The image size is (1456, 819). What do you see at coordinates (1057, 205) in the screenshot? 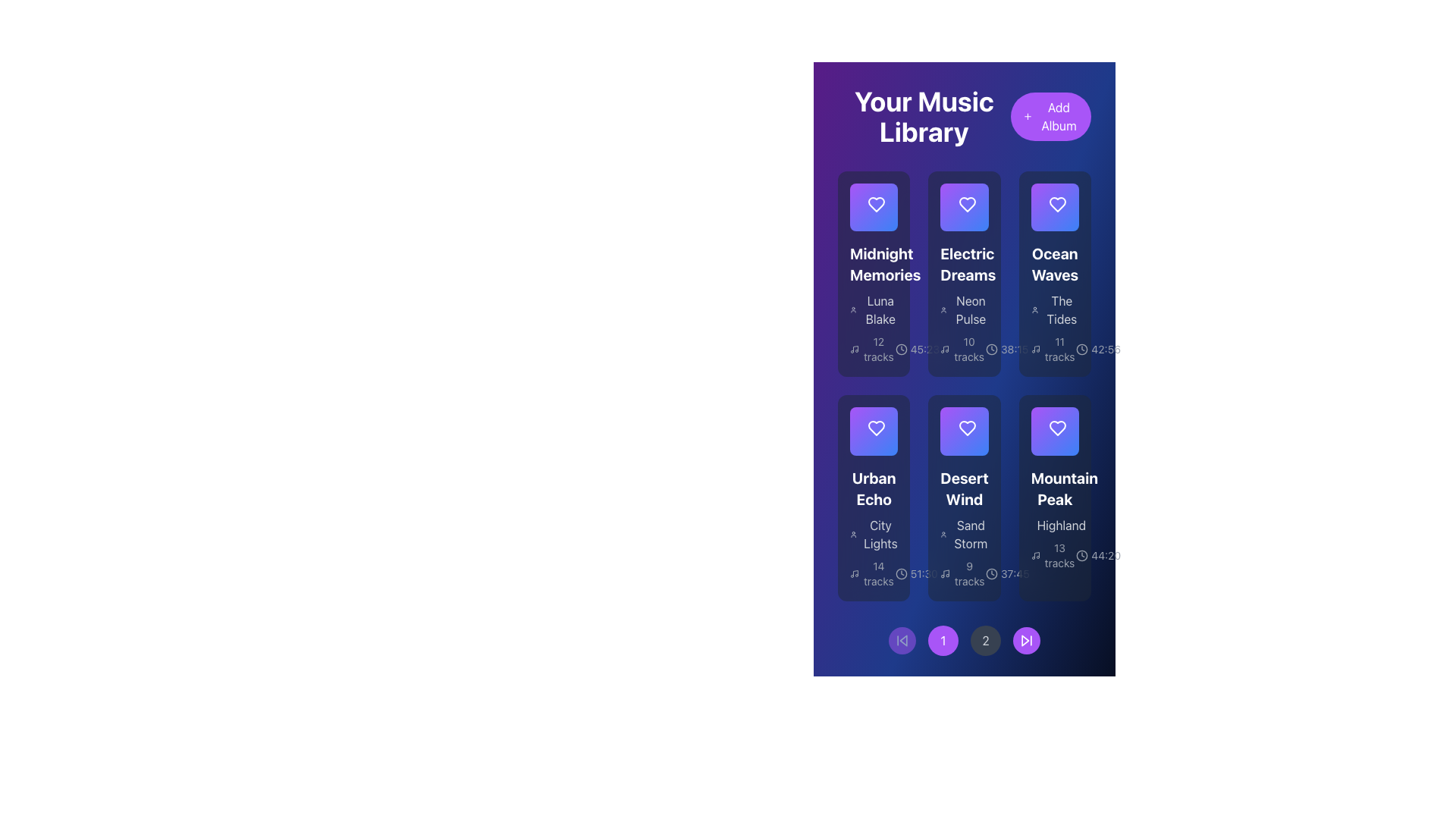
I see `the heart icon used to 'like' or 'favorite' the music album titled 'Ocean Waves'` at bounding box center [1057, 205].